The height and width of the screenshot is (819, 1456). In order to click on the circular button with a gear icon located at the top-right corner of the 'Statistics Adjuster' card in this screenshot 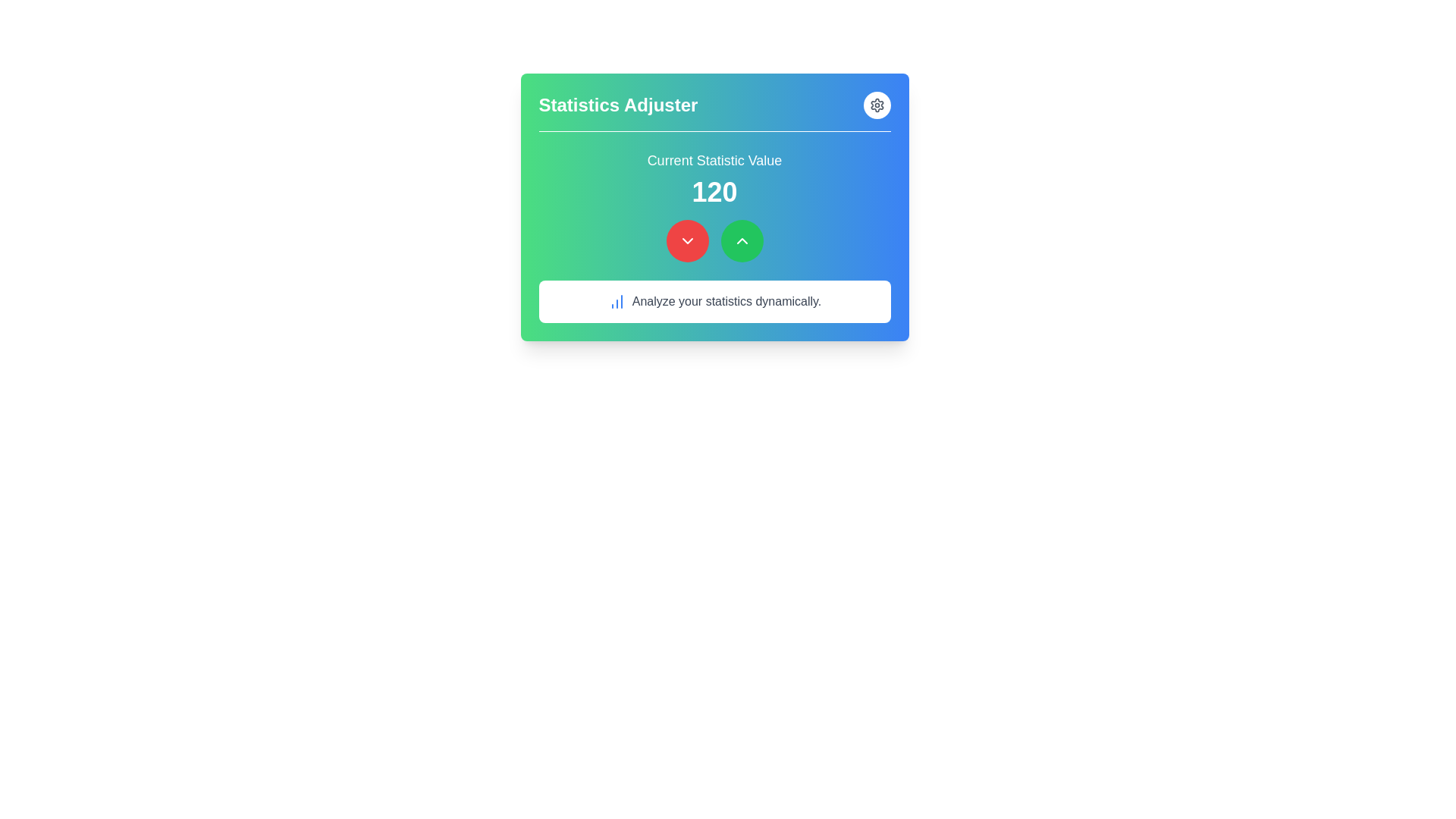, I will do `click(877, 104)`.